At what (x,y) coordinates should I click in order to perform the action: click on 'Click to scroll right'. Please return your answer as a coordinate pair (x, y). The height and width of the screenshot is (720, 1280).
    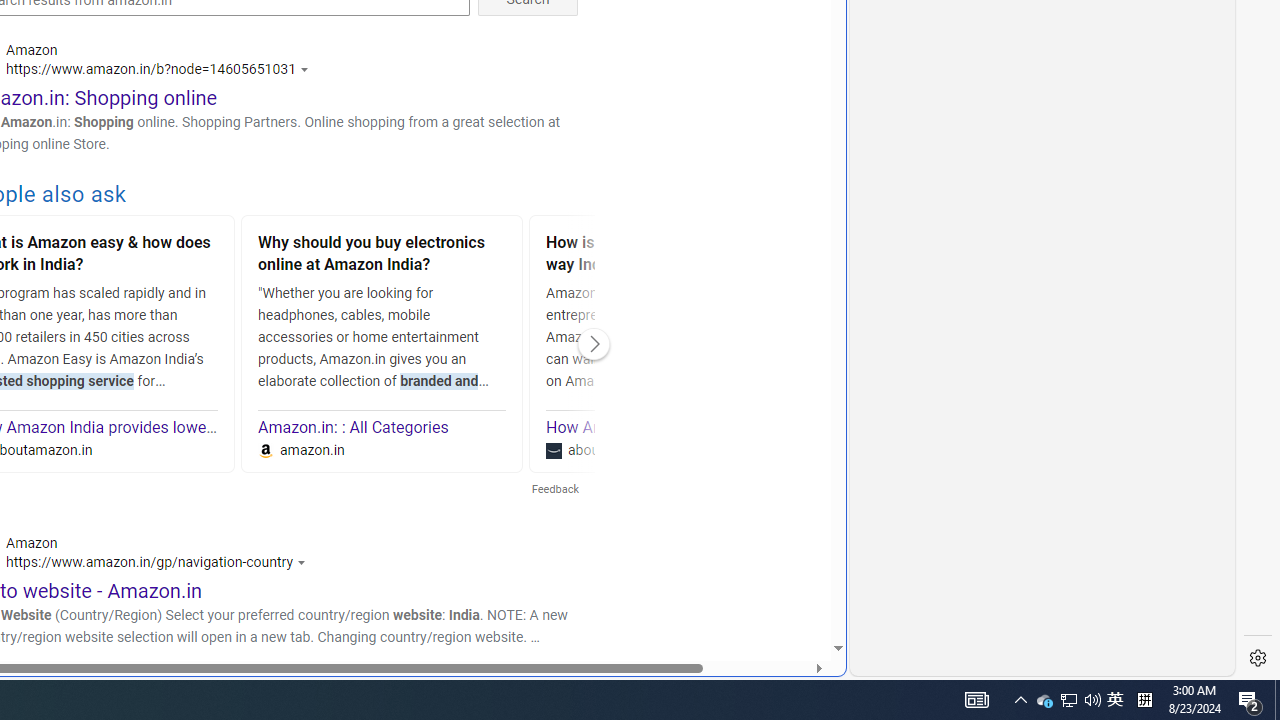
    Looking at the image, I should click on (593, 343).